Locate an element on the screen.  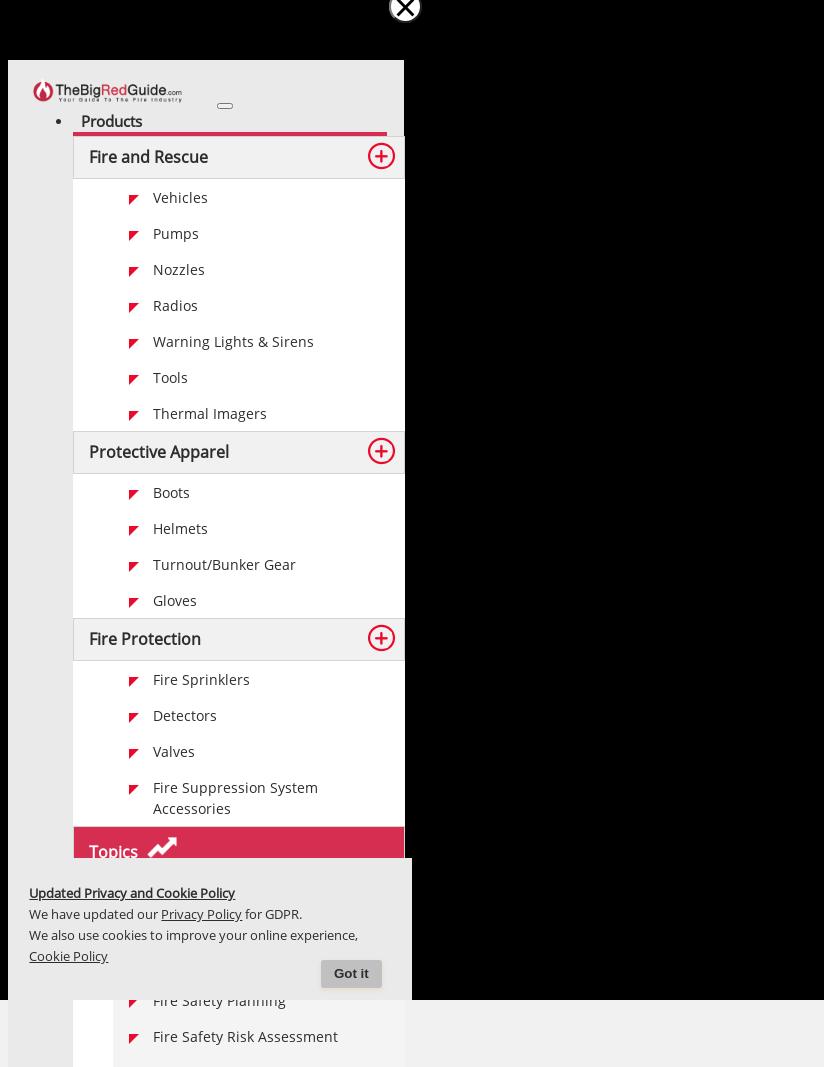
'Turnout/Bunker Gear' is located at coordinates (152, 564).